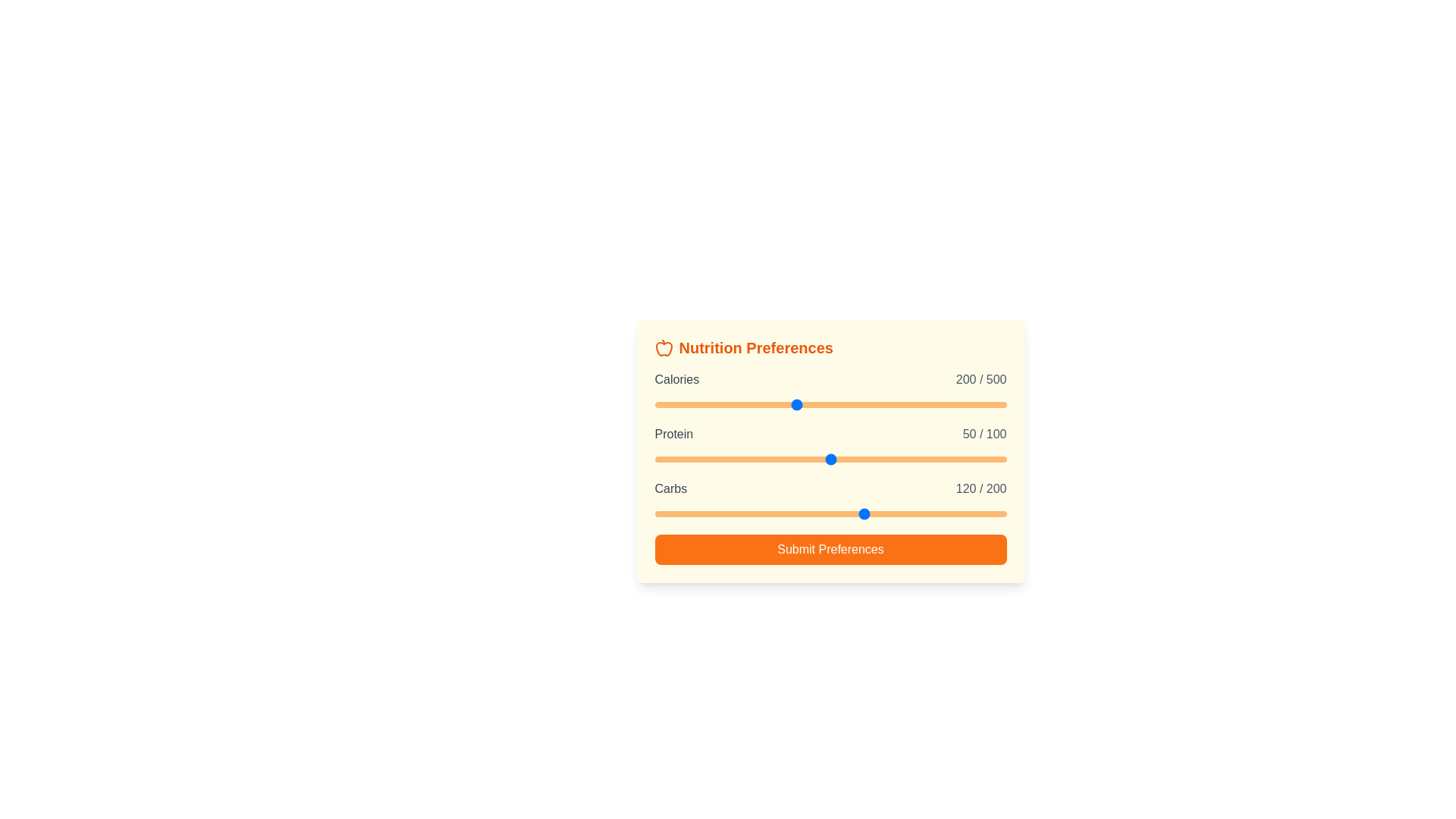 The width and height of the screenshot is (1456, 819). Describe the element at coordinates (924, 458) in the screenshot. I see `the protein value` at that location.